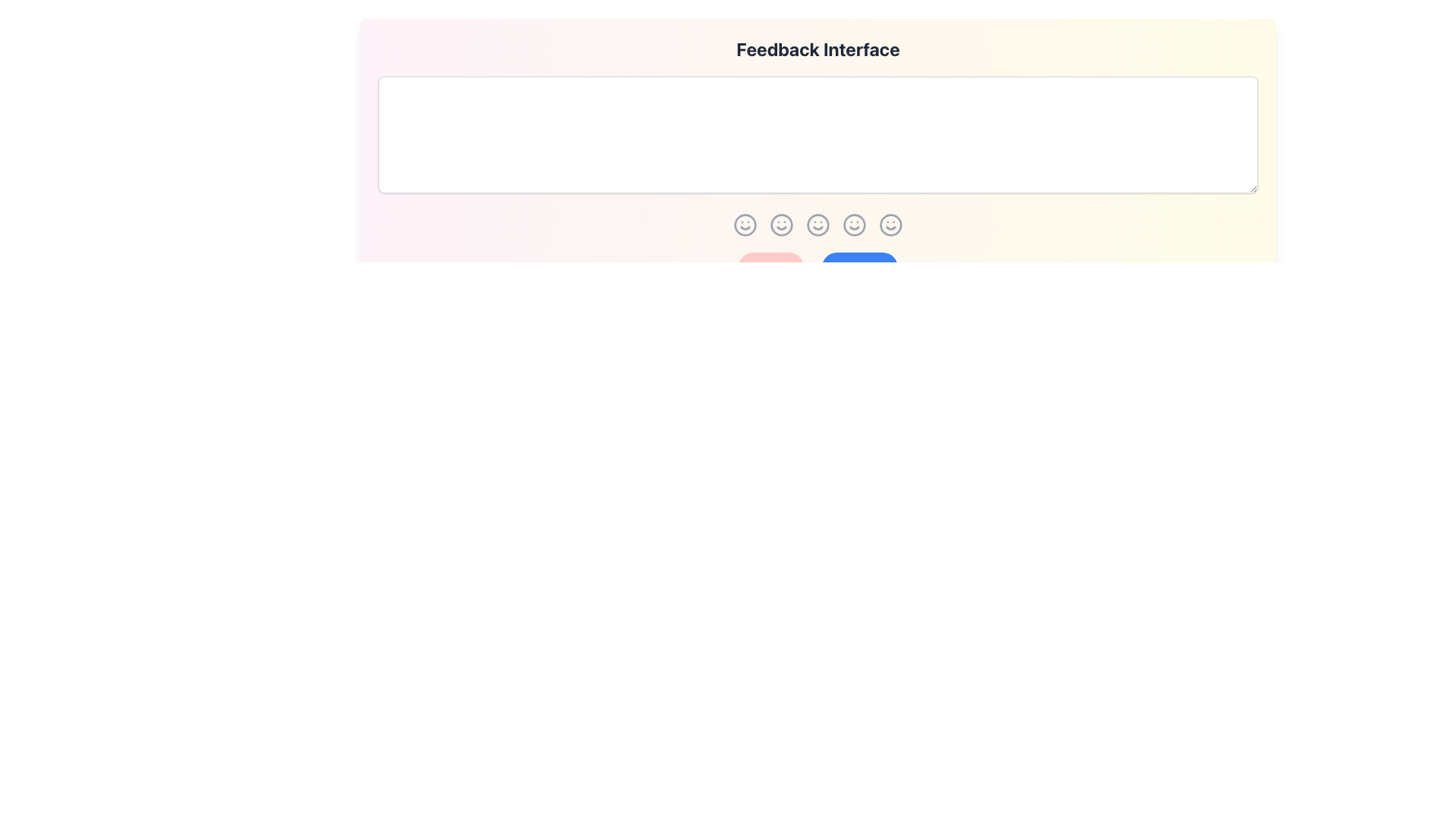  What do you see at coordinates (891, 225) in the screenshot?
I see `the circular smiley face icon located at the rightmost point in the row of feedback icons` at bounding box center [891, 225].